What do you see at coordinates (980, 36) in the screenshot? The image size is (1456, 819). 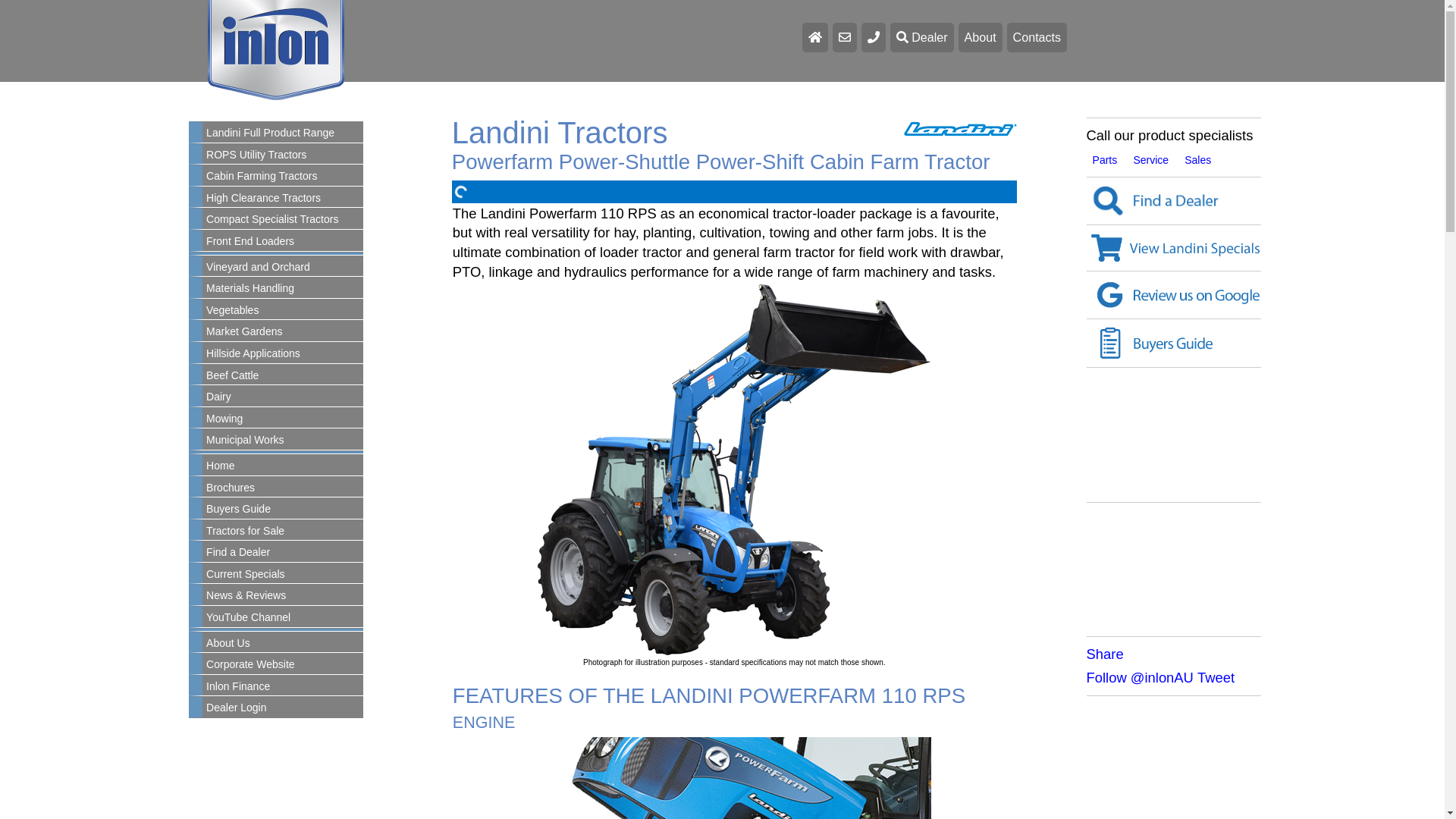 I see `'About'` at bounding box center [980, 36].